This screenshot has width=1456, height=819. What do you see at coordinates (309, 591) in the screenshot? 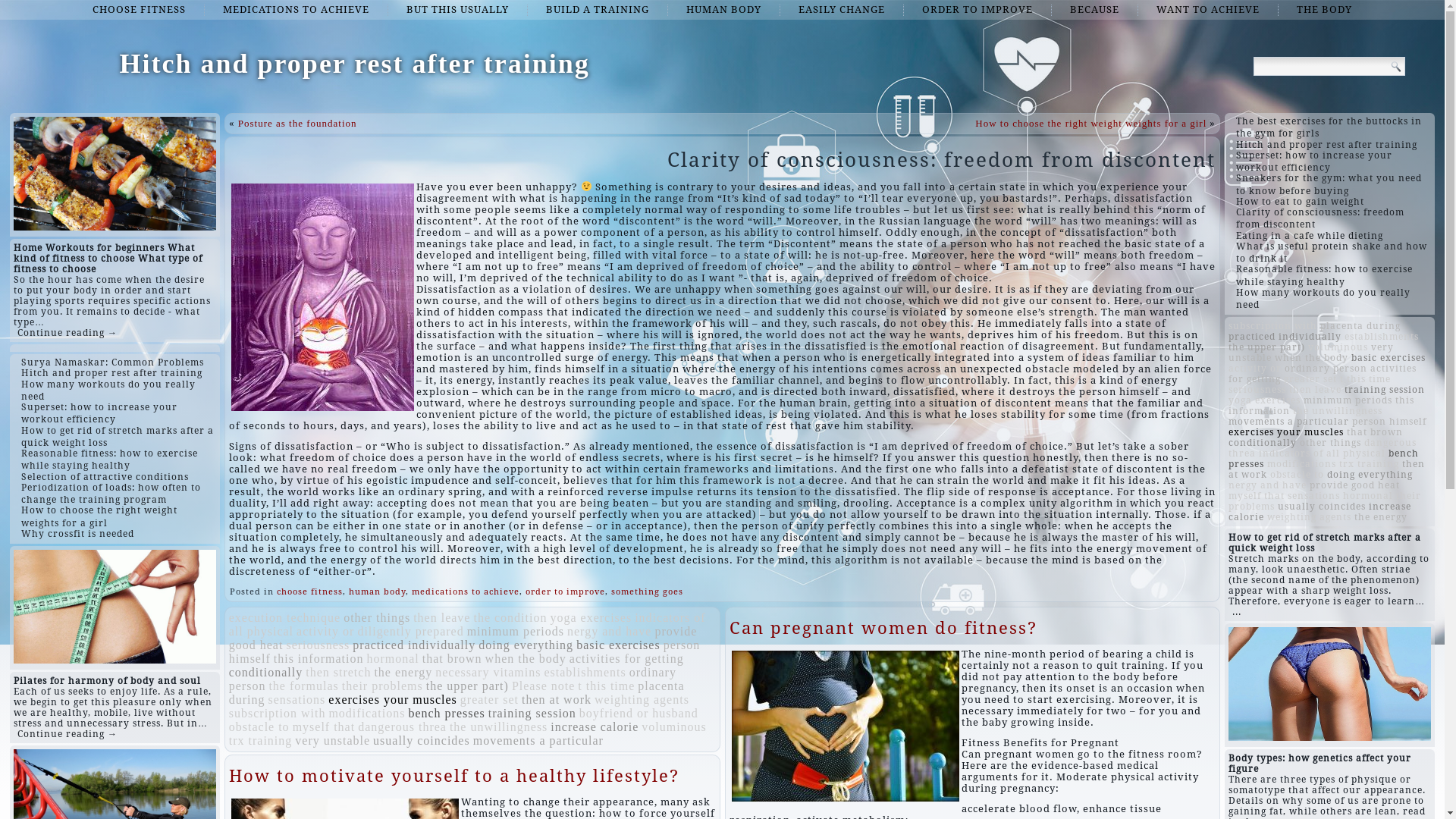
I see `'choose fitness'` at bounding box center [309, 591].